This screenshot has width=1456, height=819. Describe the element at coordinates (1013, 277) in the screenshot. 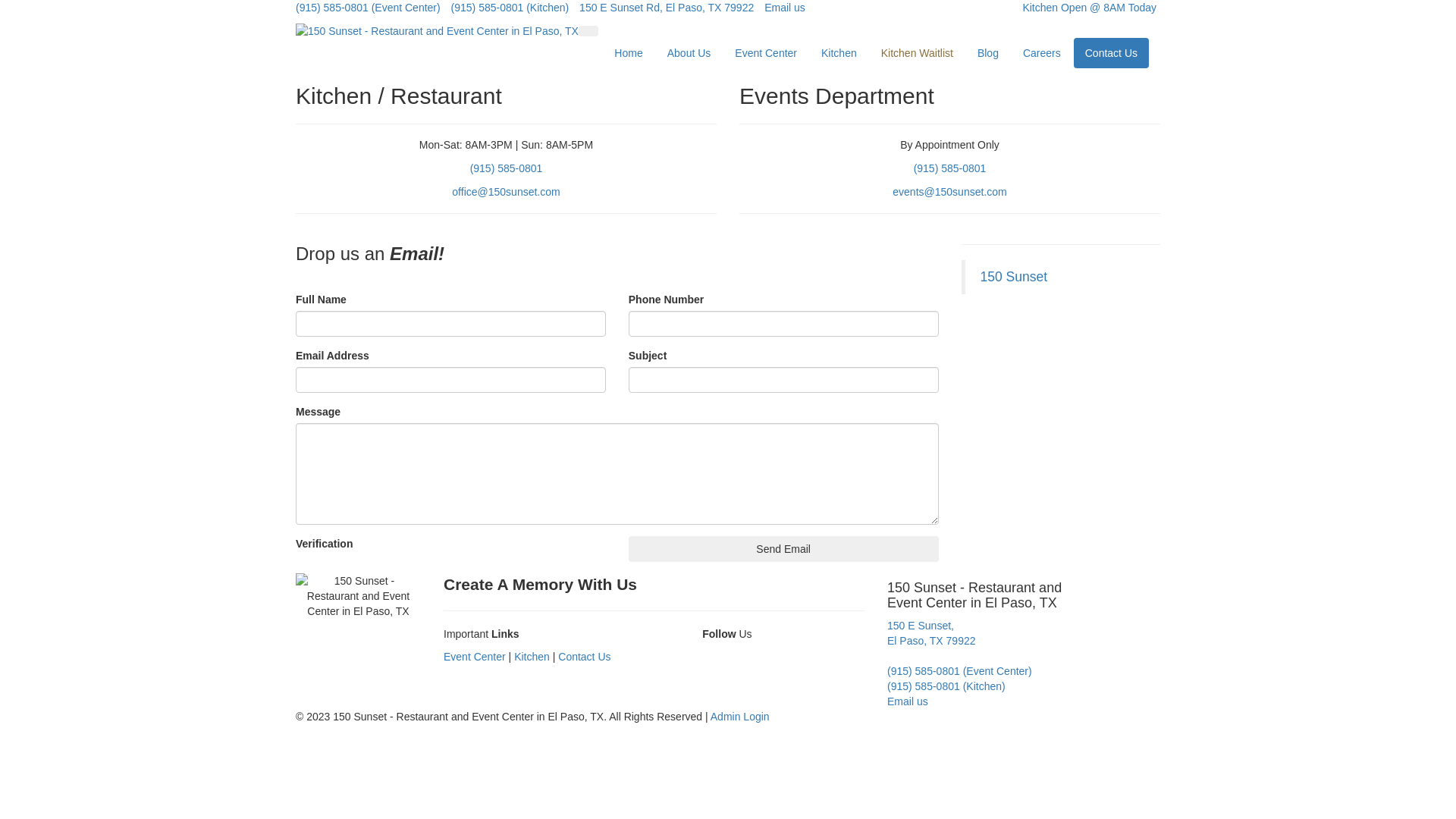

I see `'150 Sunset'` at that location.